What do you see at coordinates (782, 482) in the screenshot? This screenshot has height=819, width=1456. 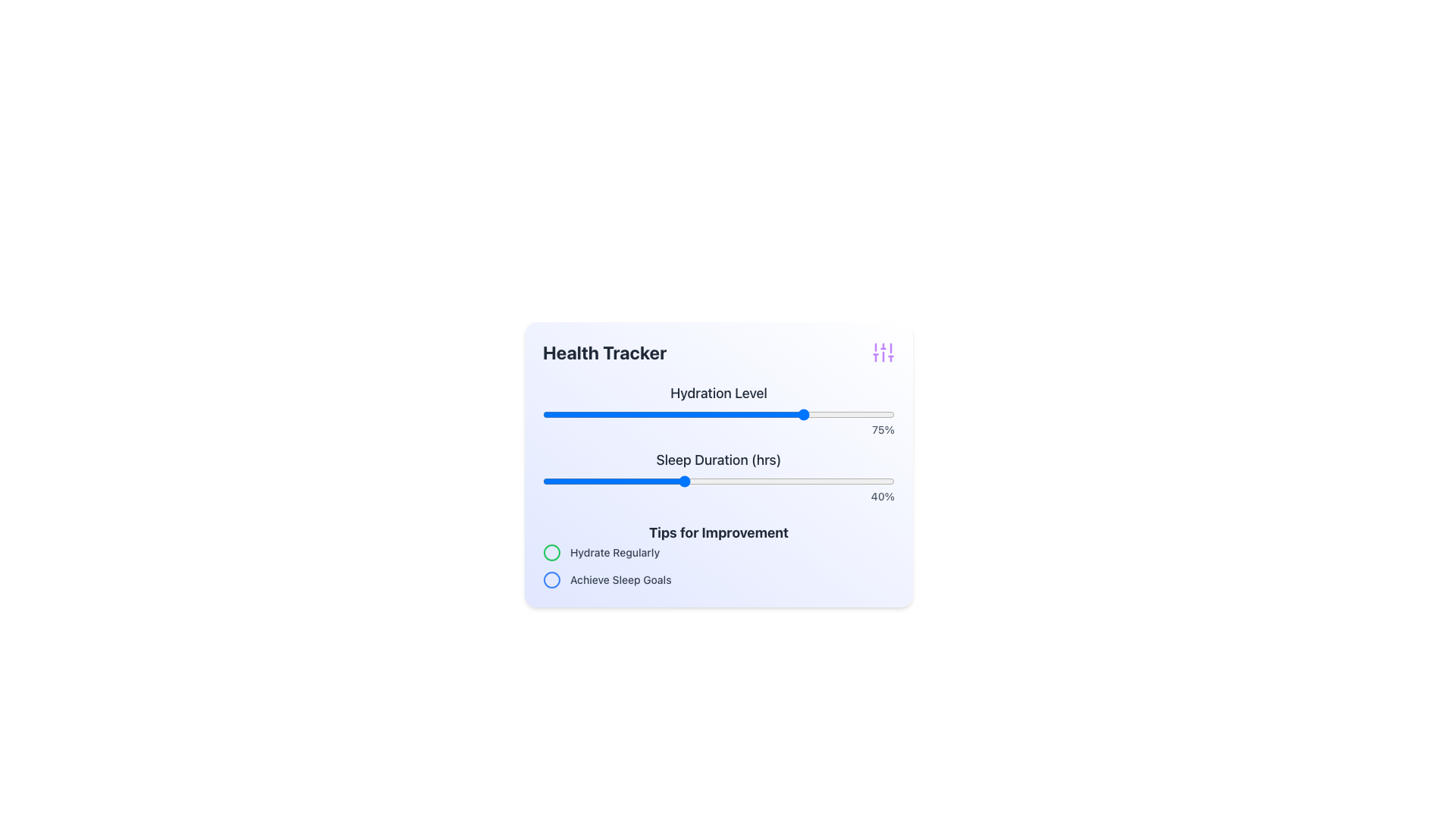 I see `the sleep duration` at bounding box center [782, 482].